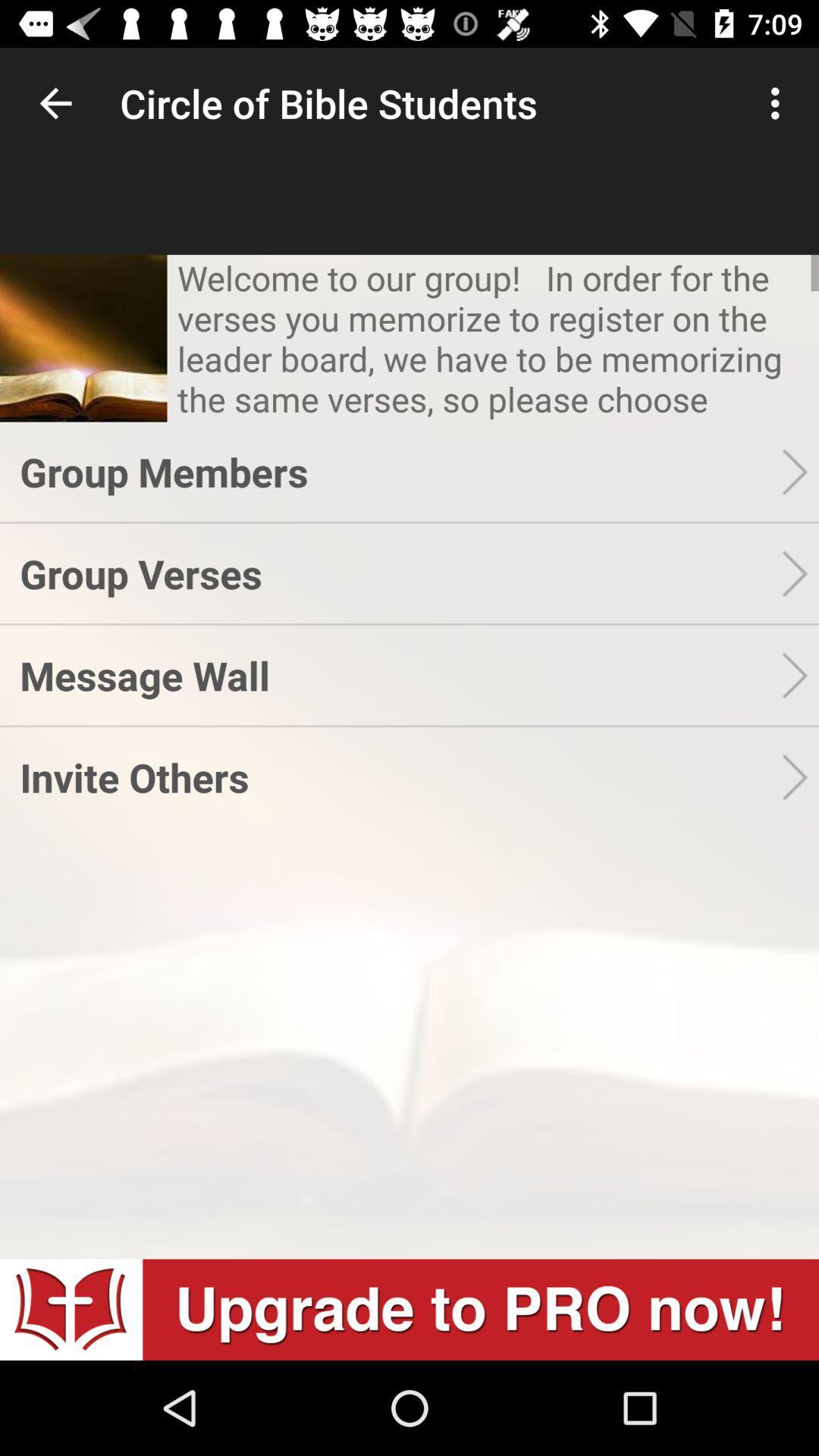 This screenshot has width=819, height=1456. Describe the element at coordinates (400, 777) in the screenshot. I see `the item below message wall item` at that location.